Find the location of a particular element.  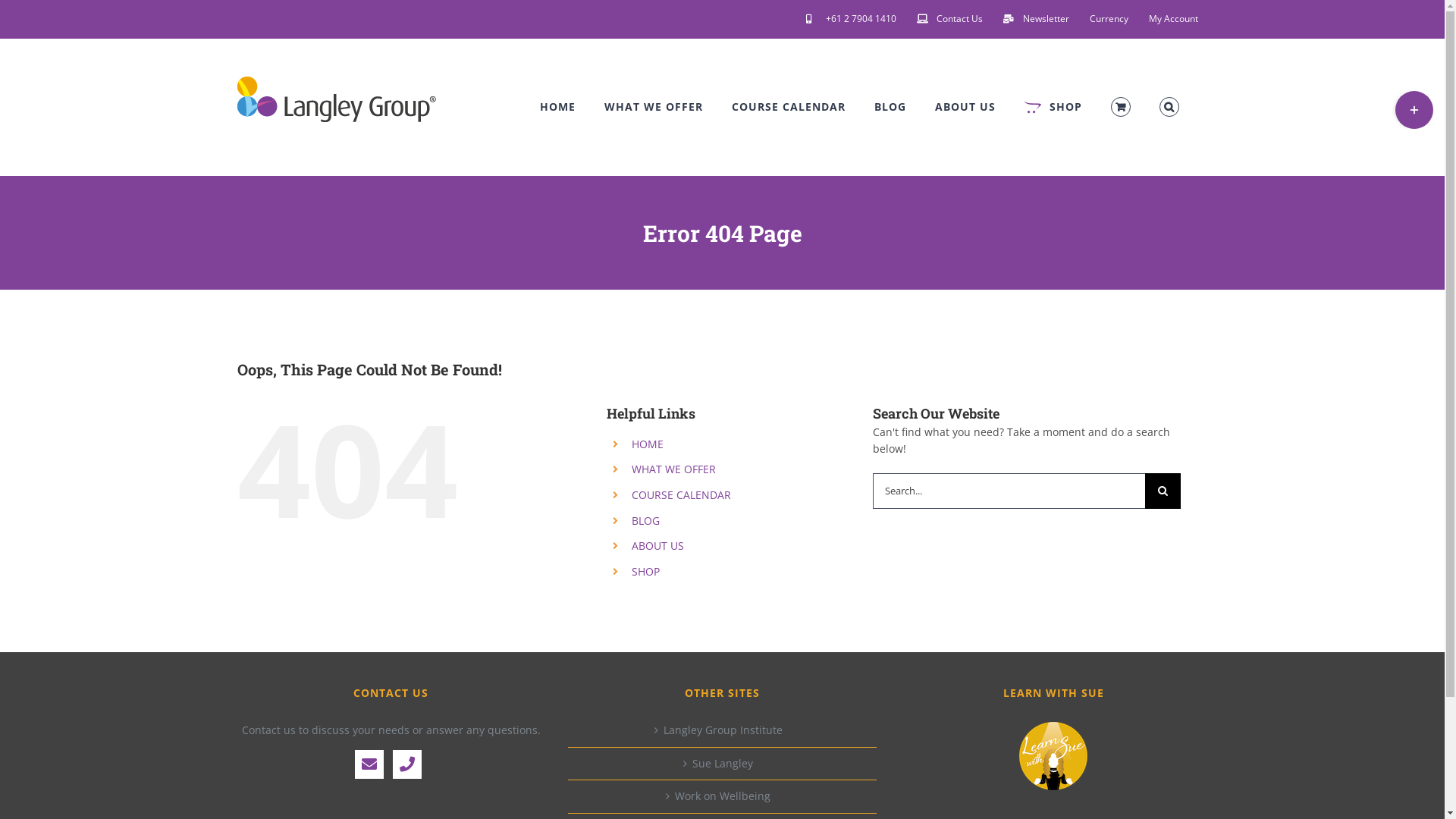

'Currency' is located at coordinates (1109, 18).